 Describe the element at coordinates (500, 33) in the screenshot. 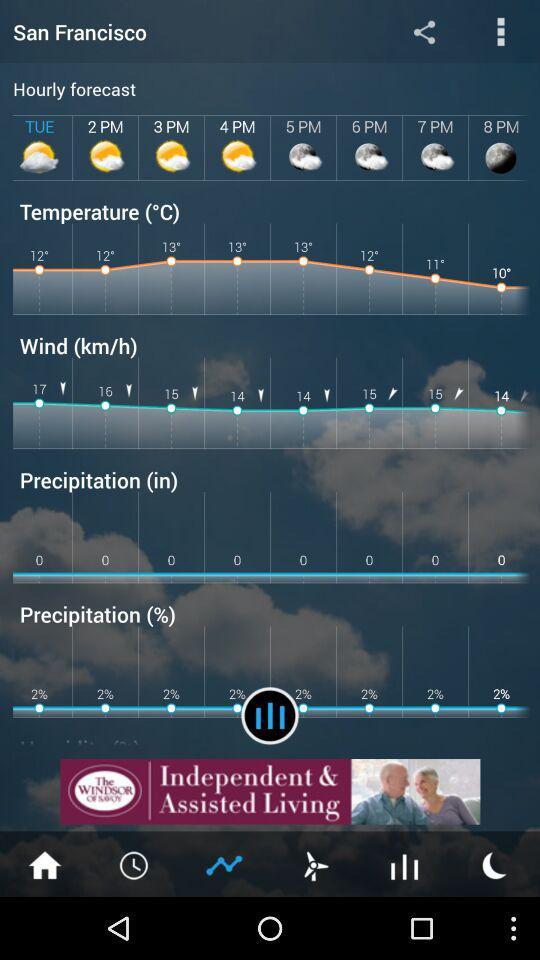

I see `the more icon` at that location.